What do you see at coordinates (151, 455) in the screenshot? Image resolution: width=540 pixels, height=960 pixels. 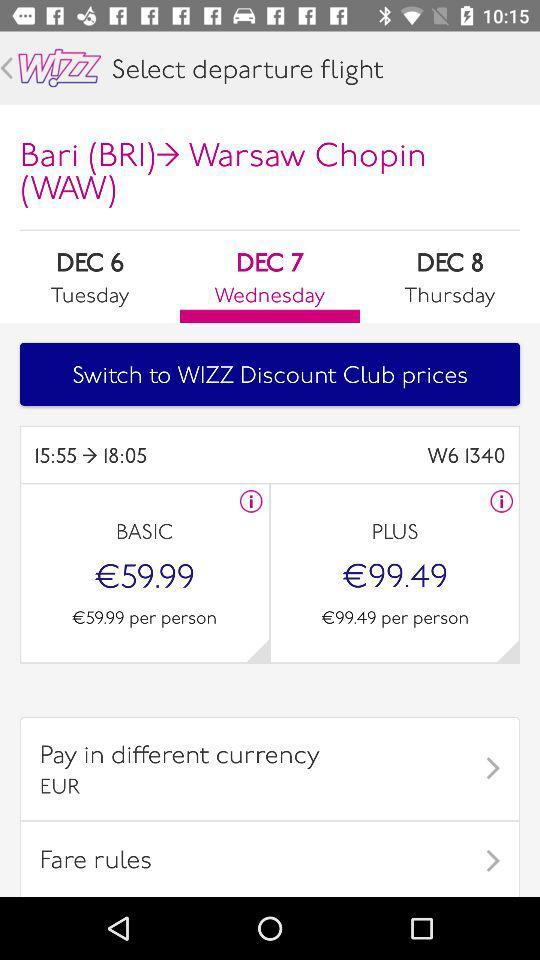 I see `icon next to w6 1340 item` at bounding box center [151, 455].